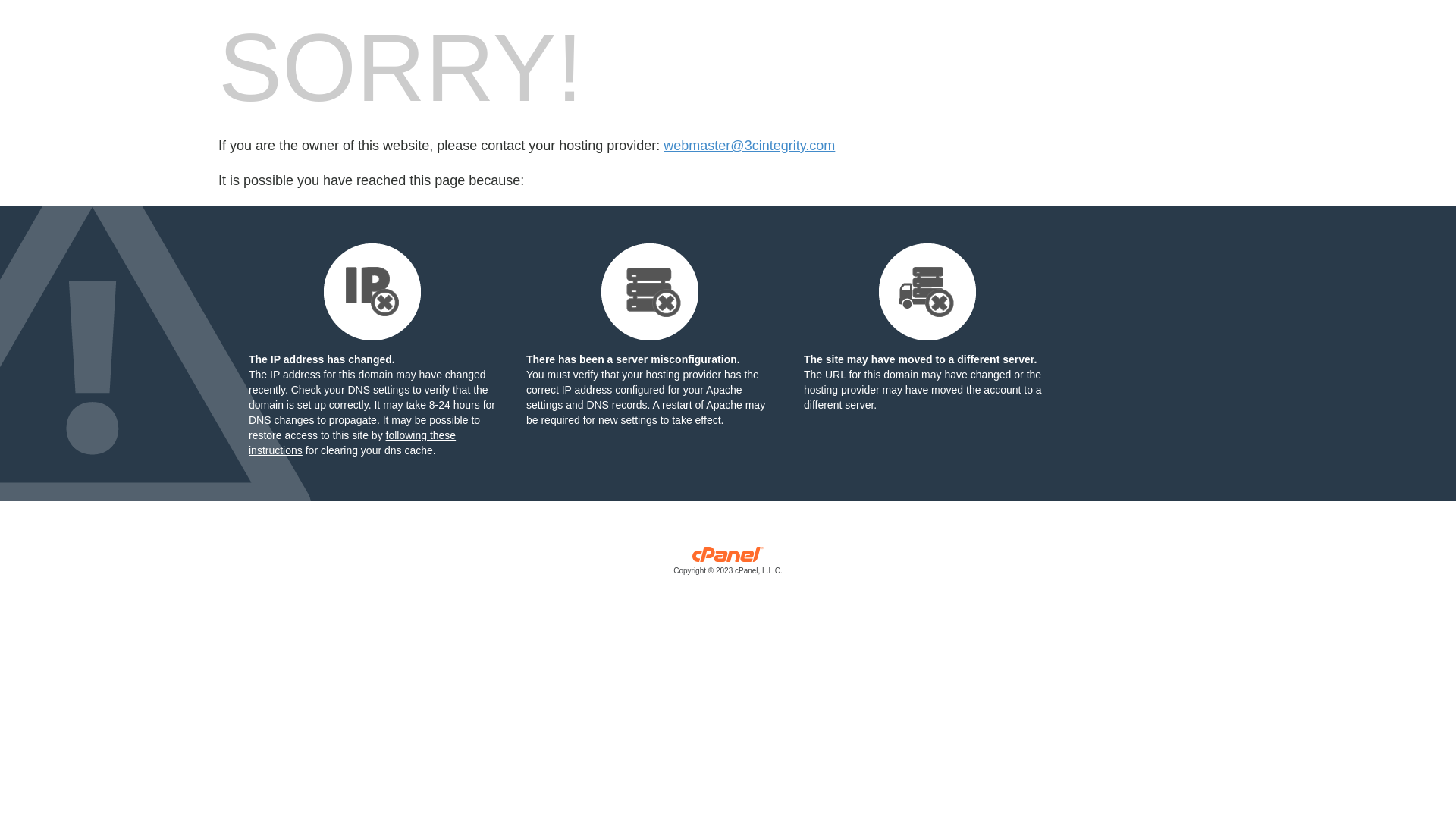 This screenshot has height=819, width=1456. I want to click on 'webmaster@3cintegrity.com', so click(749, 146).